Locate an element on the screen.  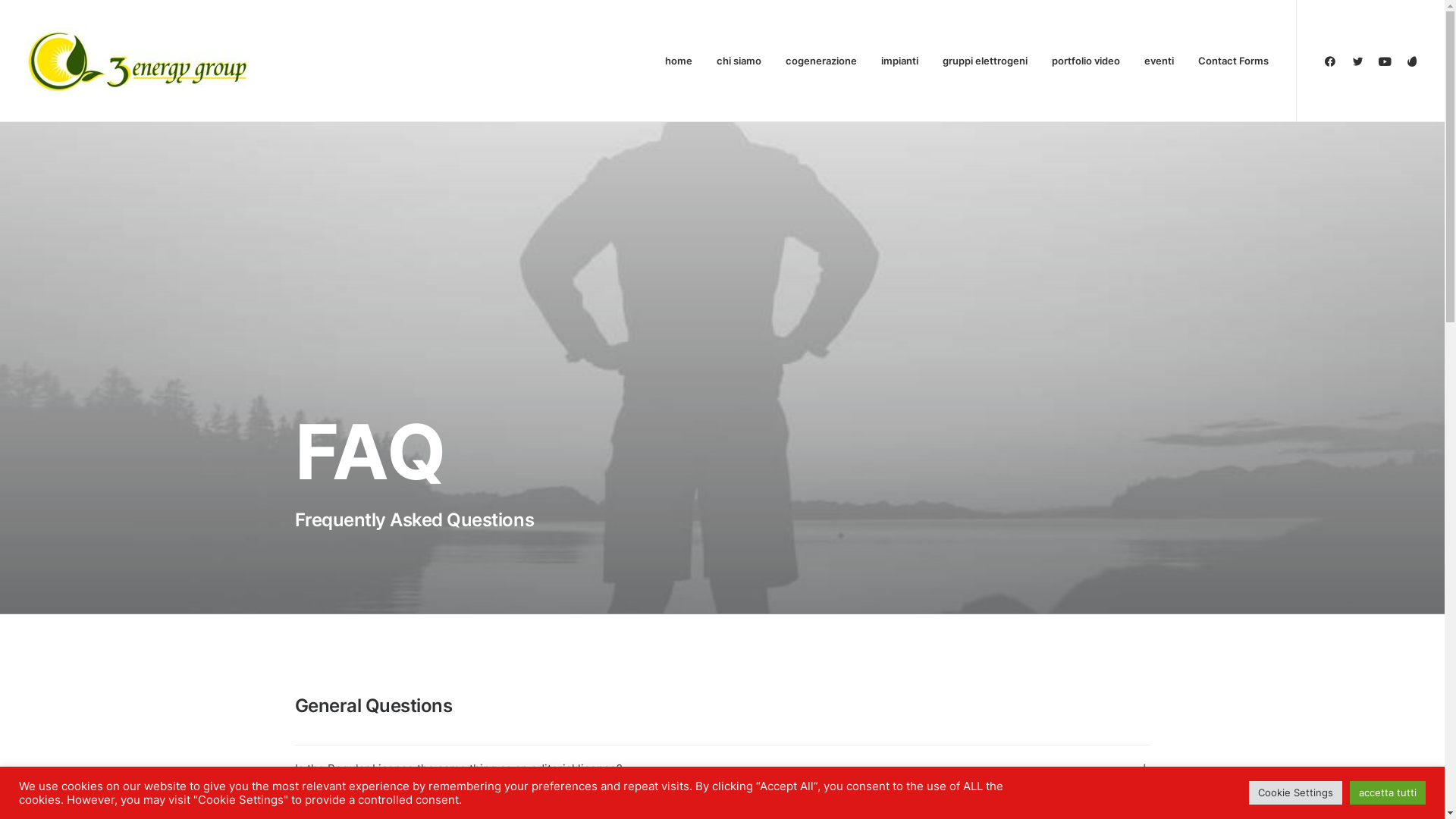
'accetta tutti' is located at coordinates (1350, 792).